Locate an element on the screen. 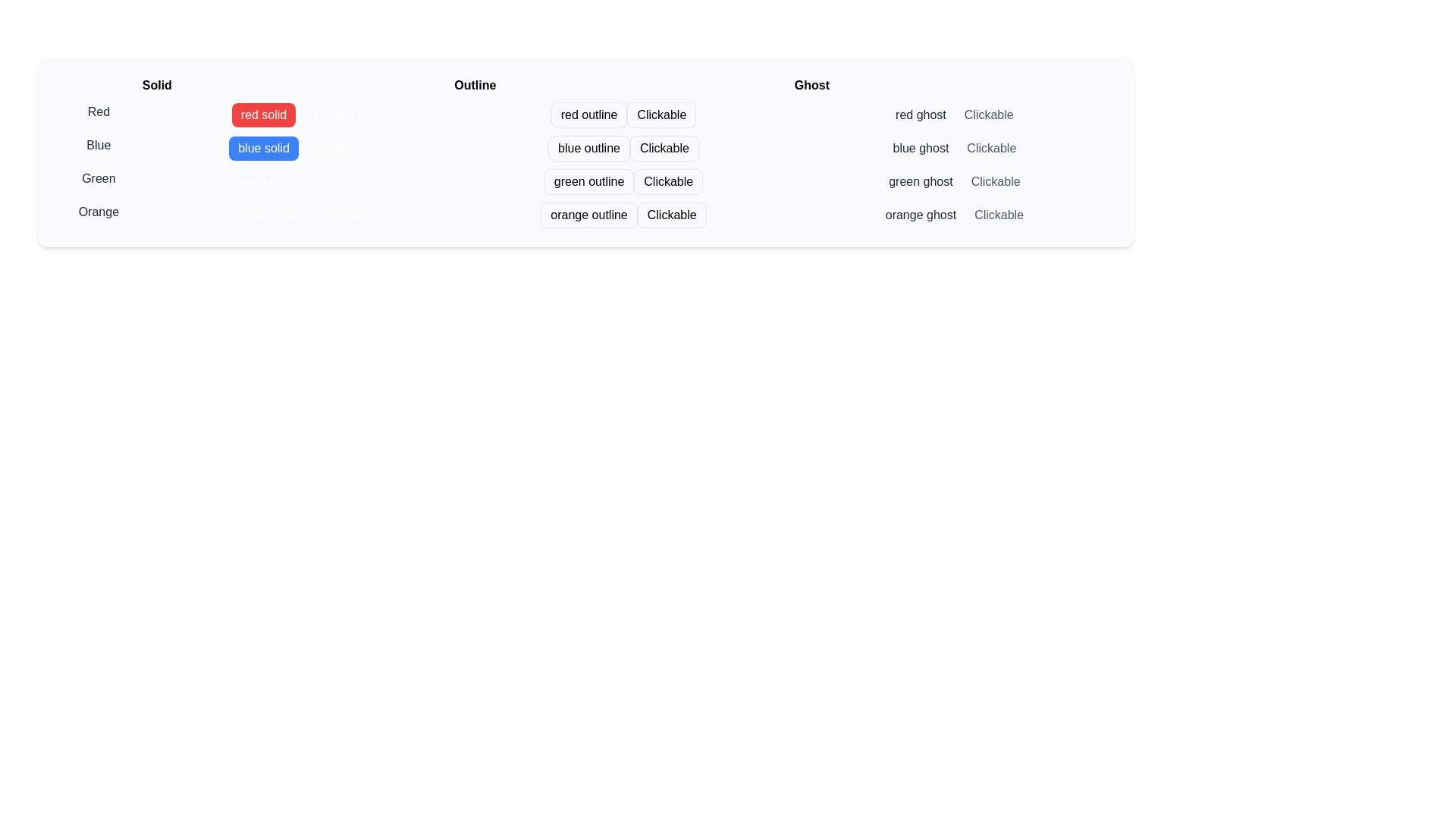 The image size is (1456, 819). text label 'Green' which is the third item in the 'Solid' section, styled in dark gray on a white background is located at coordinates (98, 177).